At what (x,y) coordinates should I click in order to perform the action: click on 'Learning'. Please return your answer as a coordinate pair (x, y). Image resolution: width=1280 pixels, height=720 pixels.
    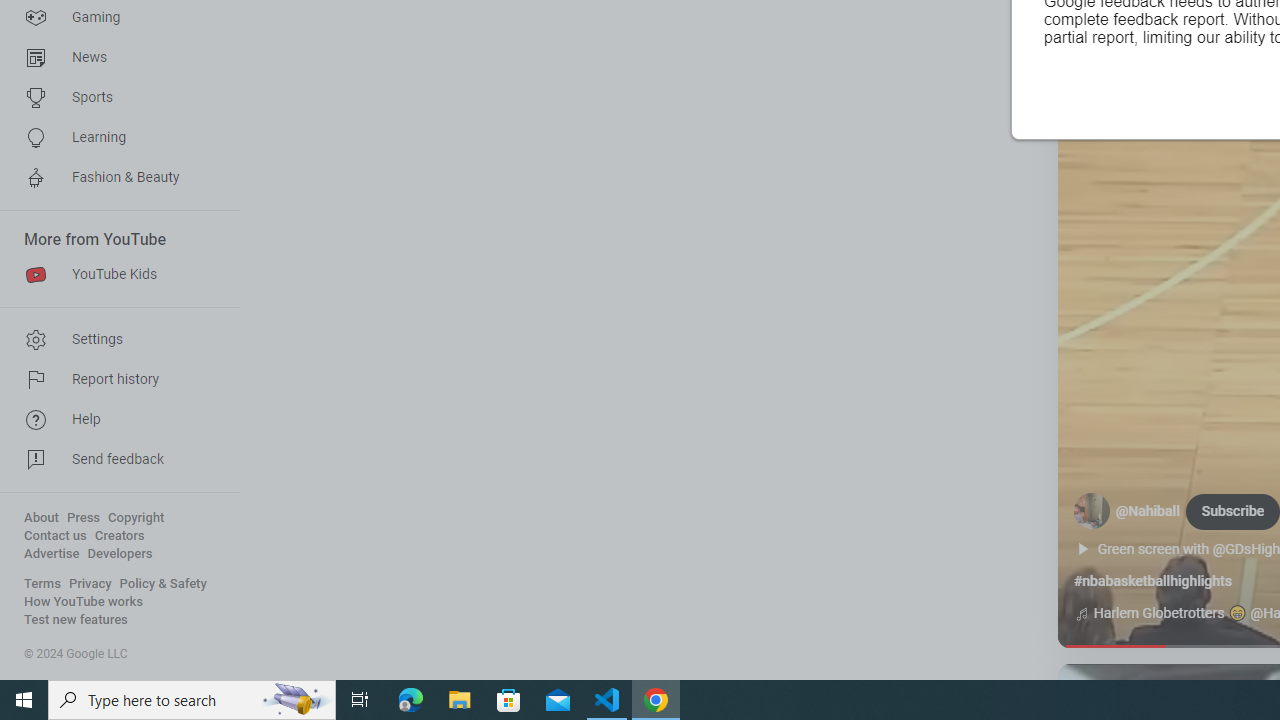
    Looking at the image, I should click on (112, 136).